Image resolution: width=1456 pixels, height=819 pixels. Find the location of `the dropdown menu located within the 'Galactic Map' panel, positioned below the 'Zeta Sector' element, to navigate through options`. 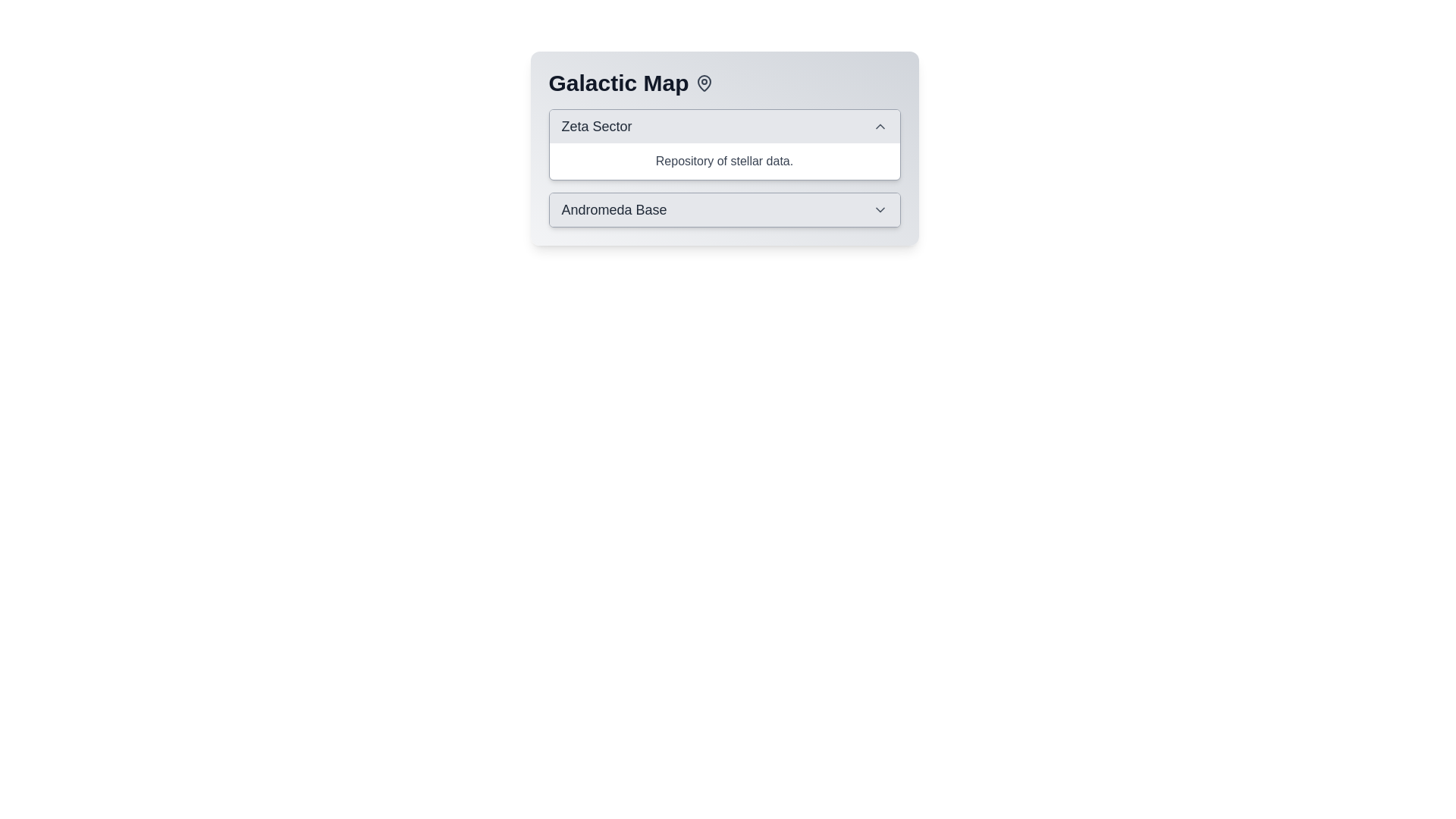

the dropdown menu located within the 'Galactic Map' panel, positioned below the 'Zeta Sector' element, to navigate through options is located at coordinates (723, 210).